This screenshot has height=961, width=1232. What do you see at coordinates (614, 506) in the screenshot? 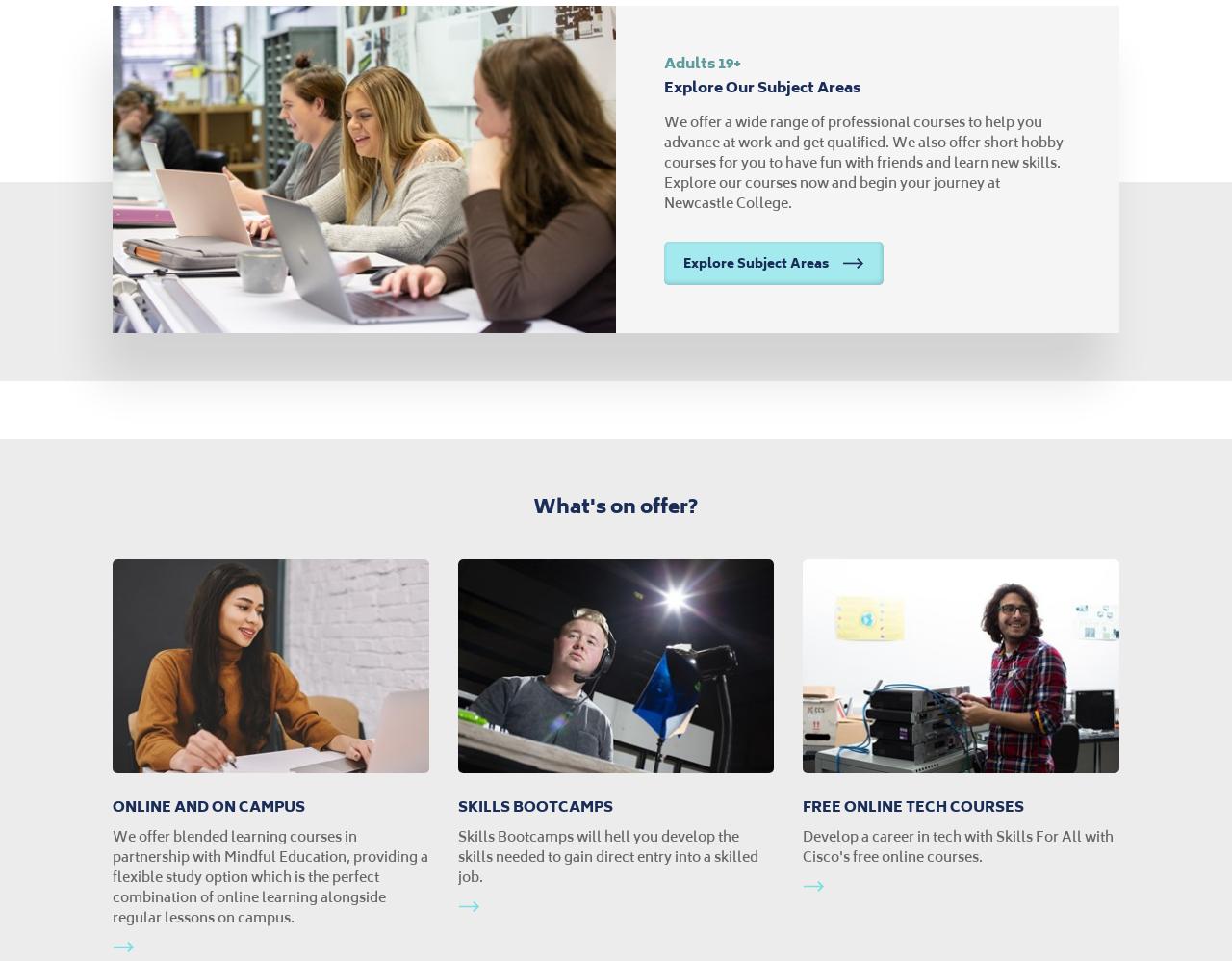
I see `'What's on offer?'` at bounding box center [614, 506].